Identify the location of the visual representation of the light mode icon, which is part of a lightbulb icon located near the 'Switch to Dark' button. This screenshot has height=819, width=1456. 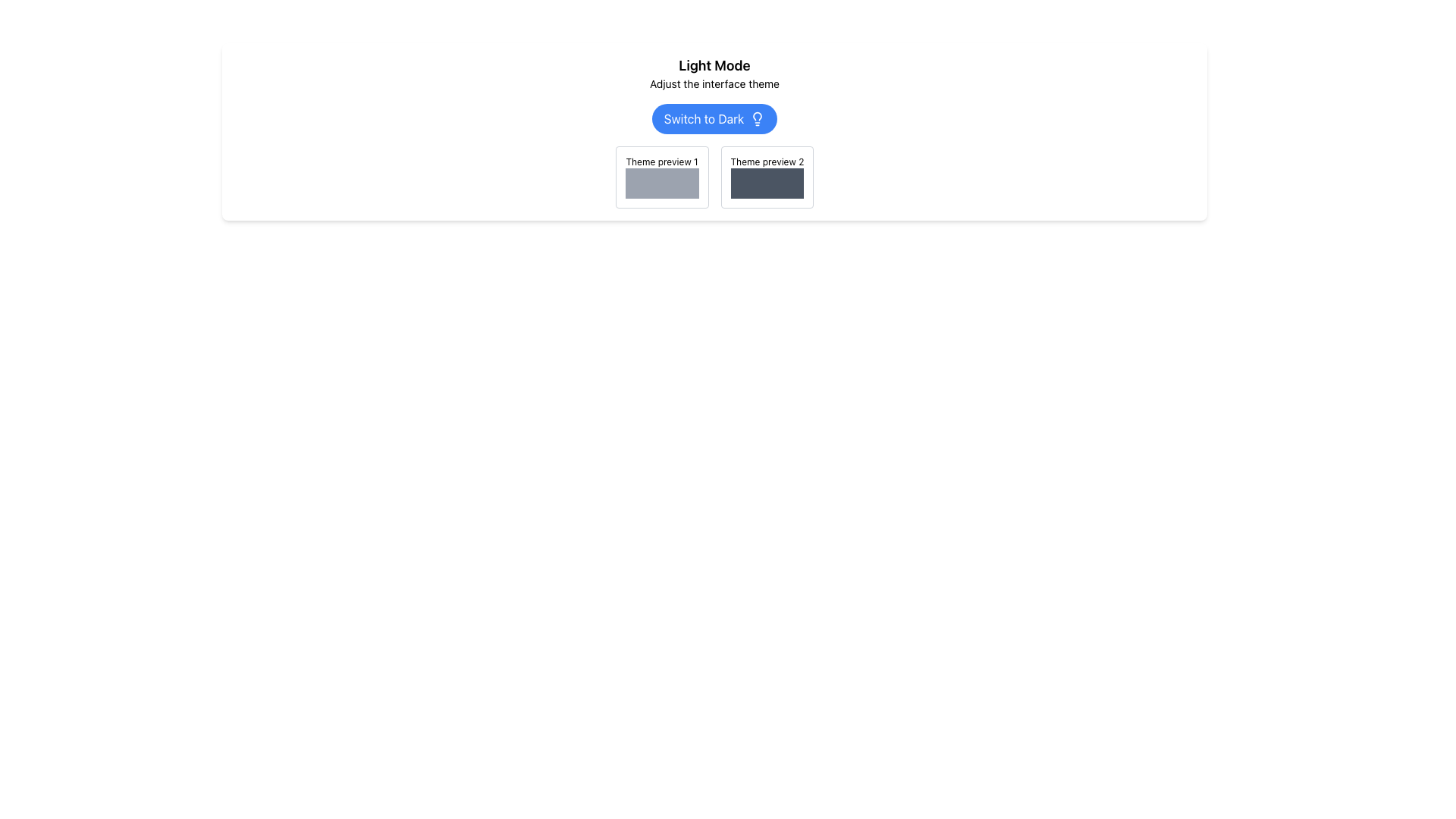
(758, 115).